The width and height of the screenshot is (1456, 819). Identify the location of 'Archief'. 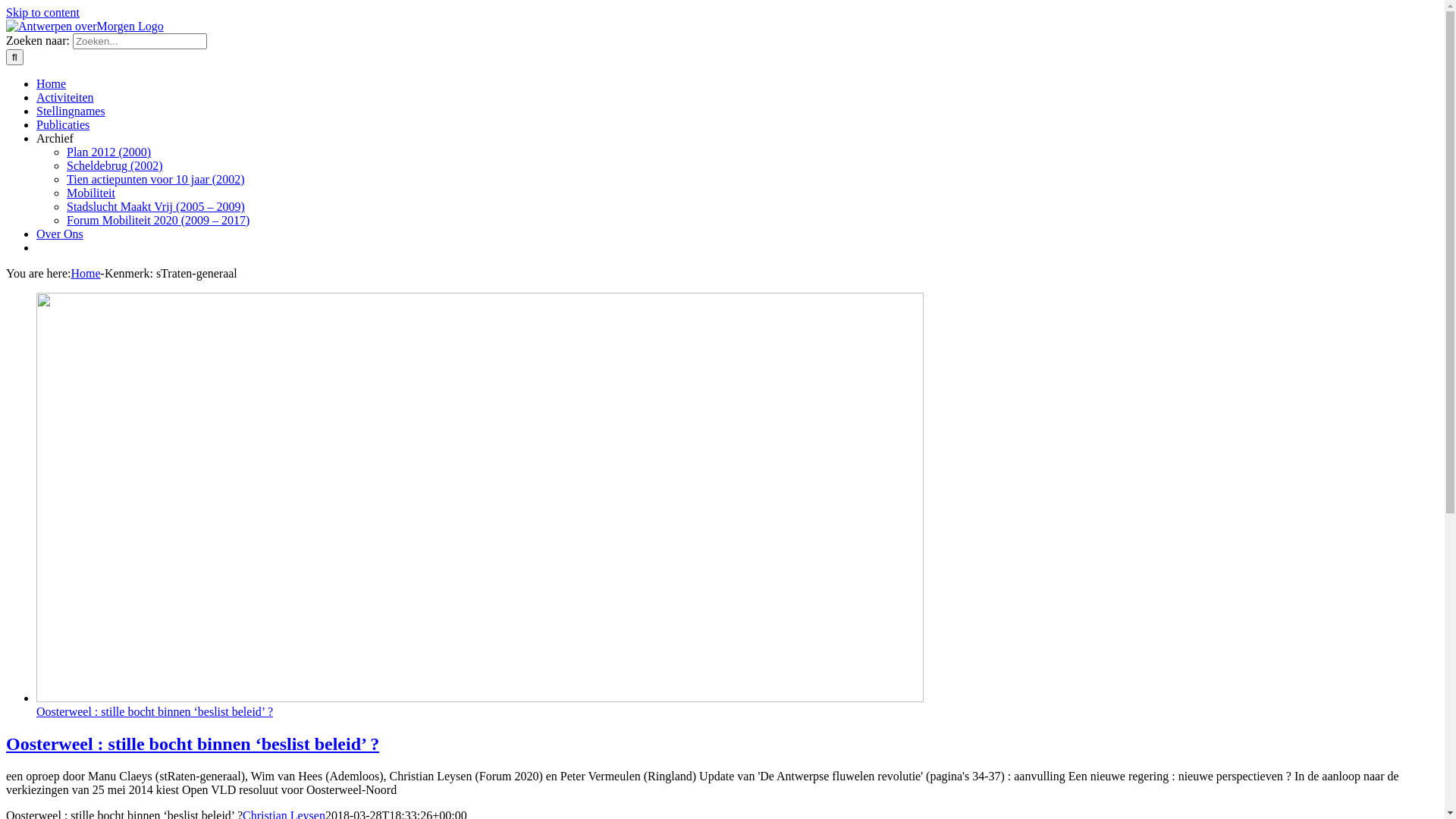
(74, 138).